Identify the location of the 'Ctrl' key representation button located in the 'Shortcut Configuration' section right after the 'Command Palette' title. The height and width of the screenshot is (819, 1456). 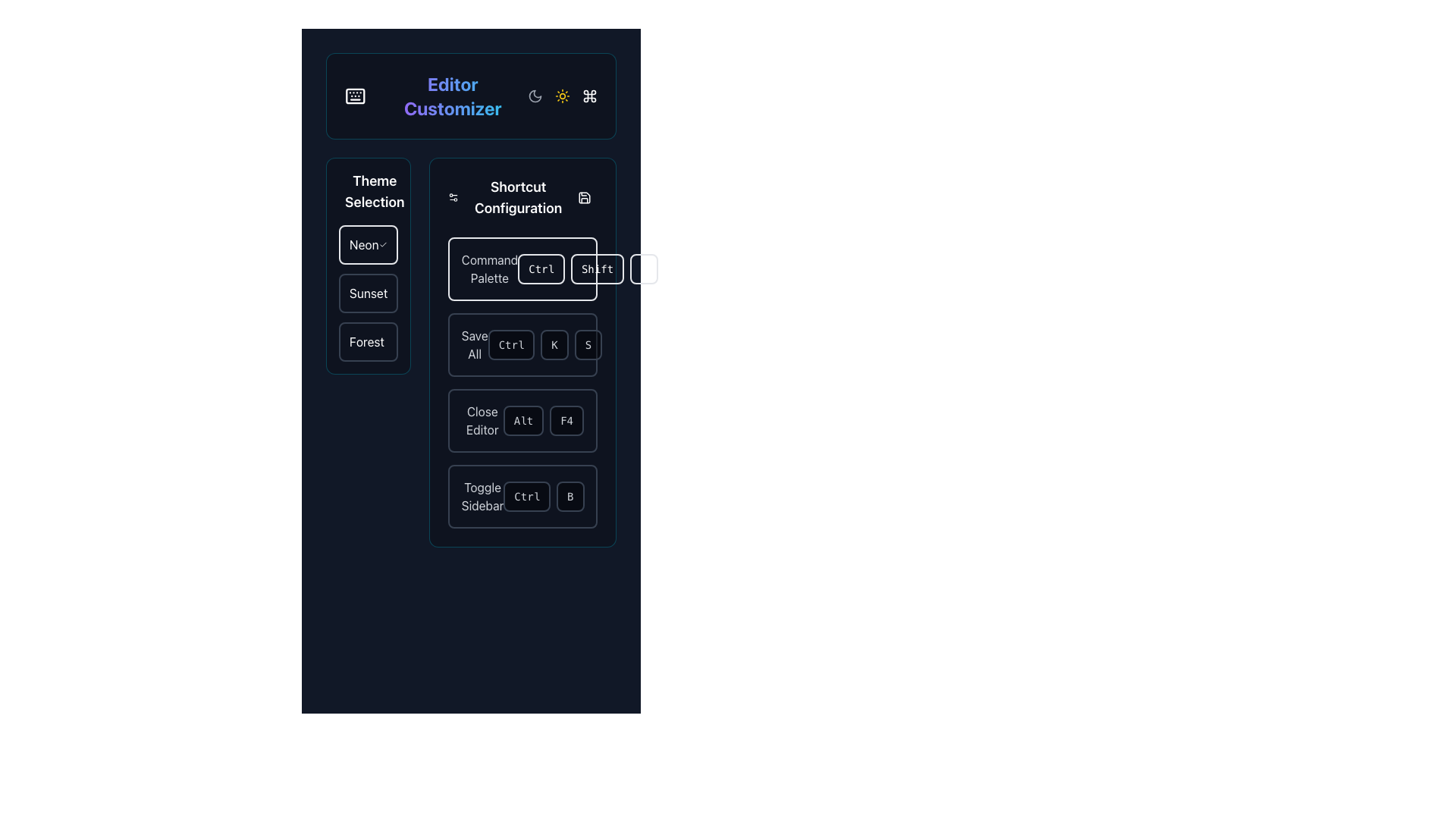
(522, 268).